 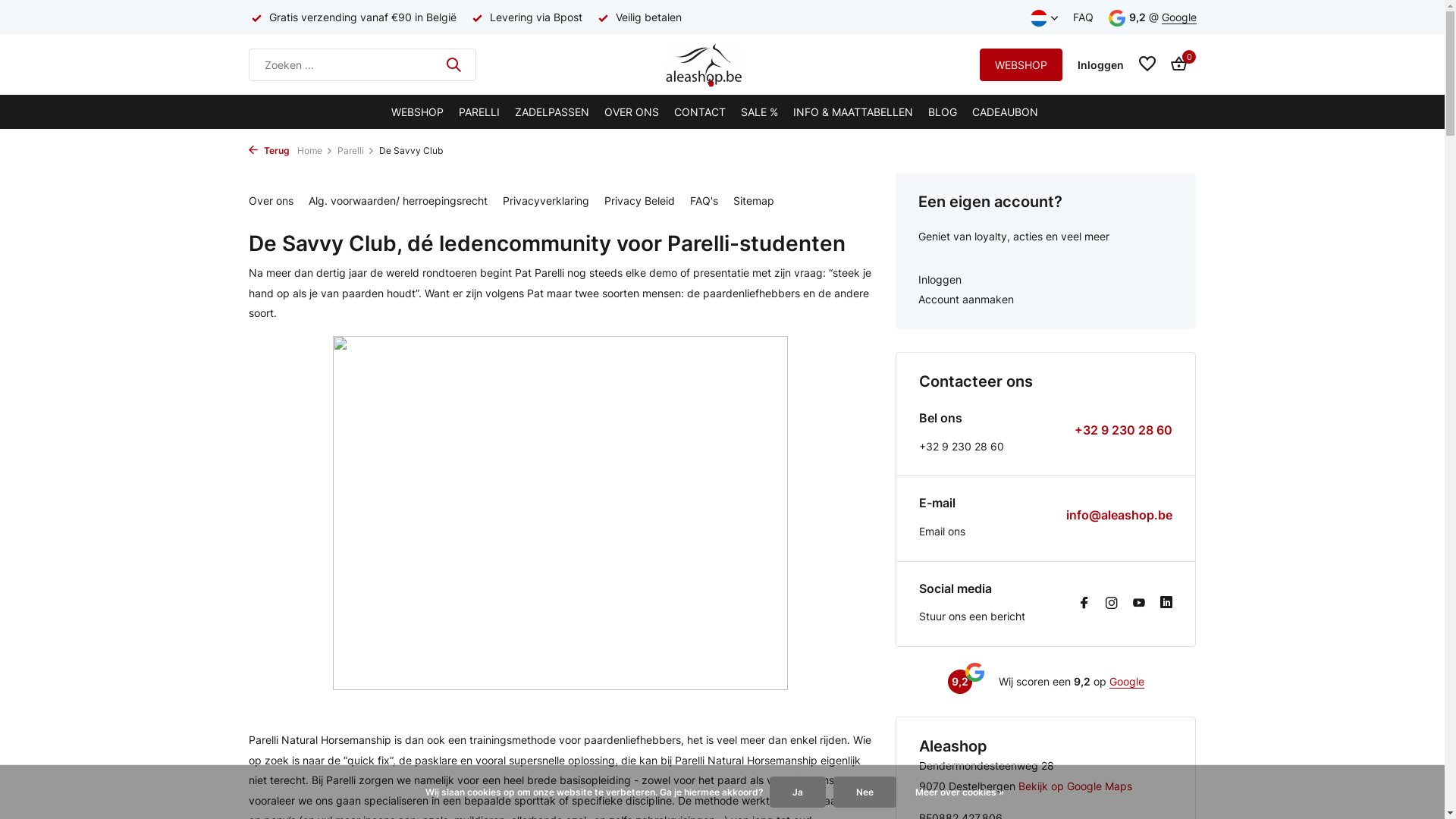 I want to click on 'info@aleashop.be', so click(x=1065, y=514).